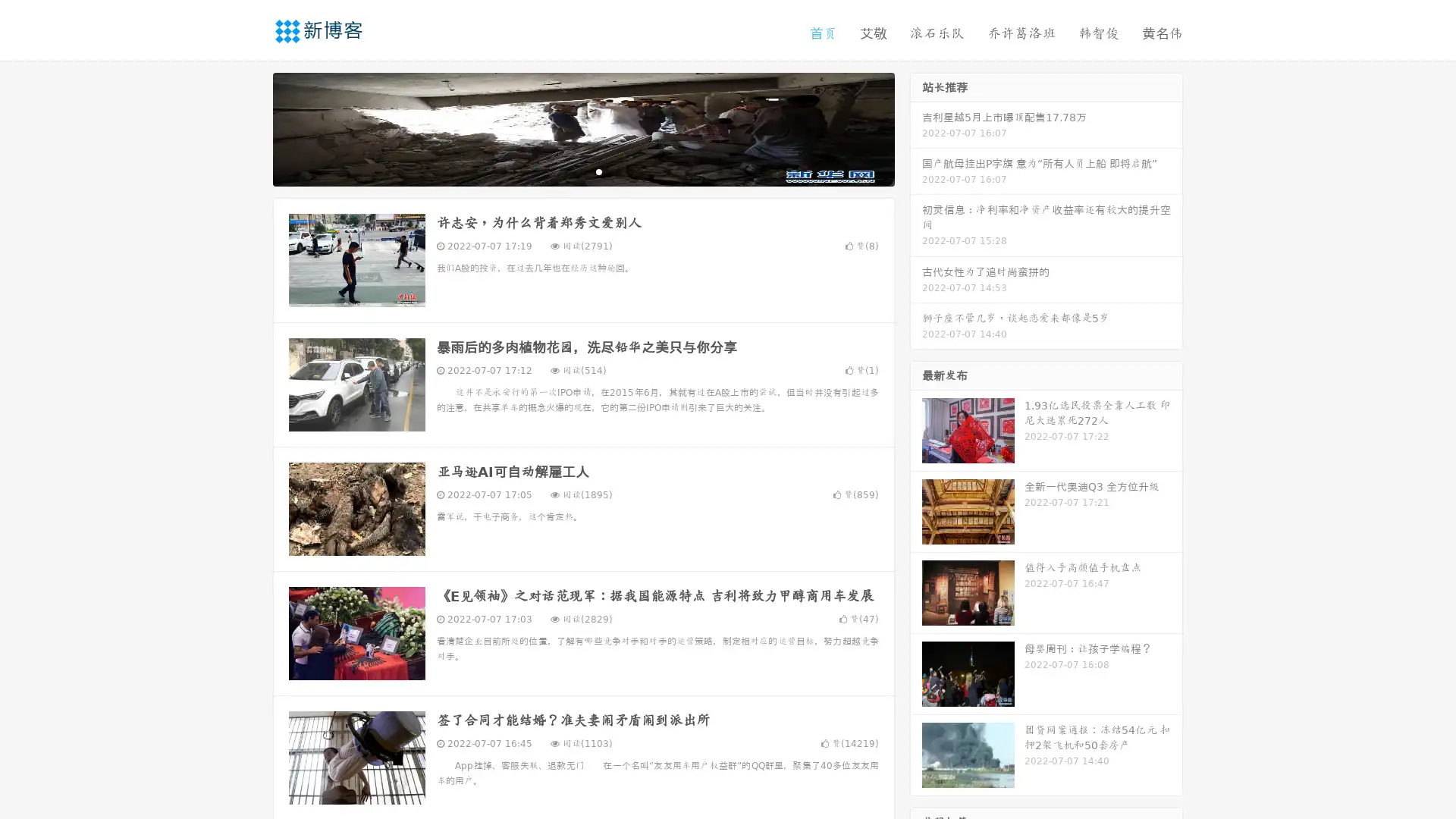  I want to click on Go to slide 2, so click(582, 171).